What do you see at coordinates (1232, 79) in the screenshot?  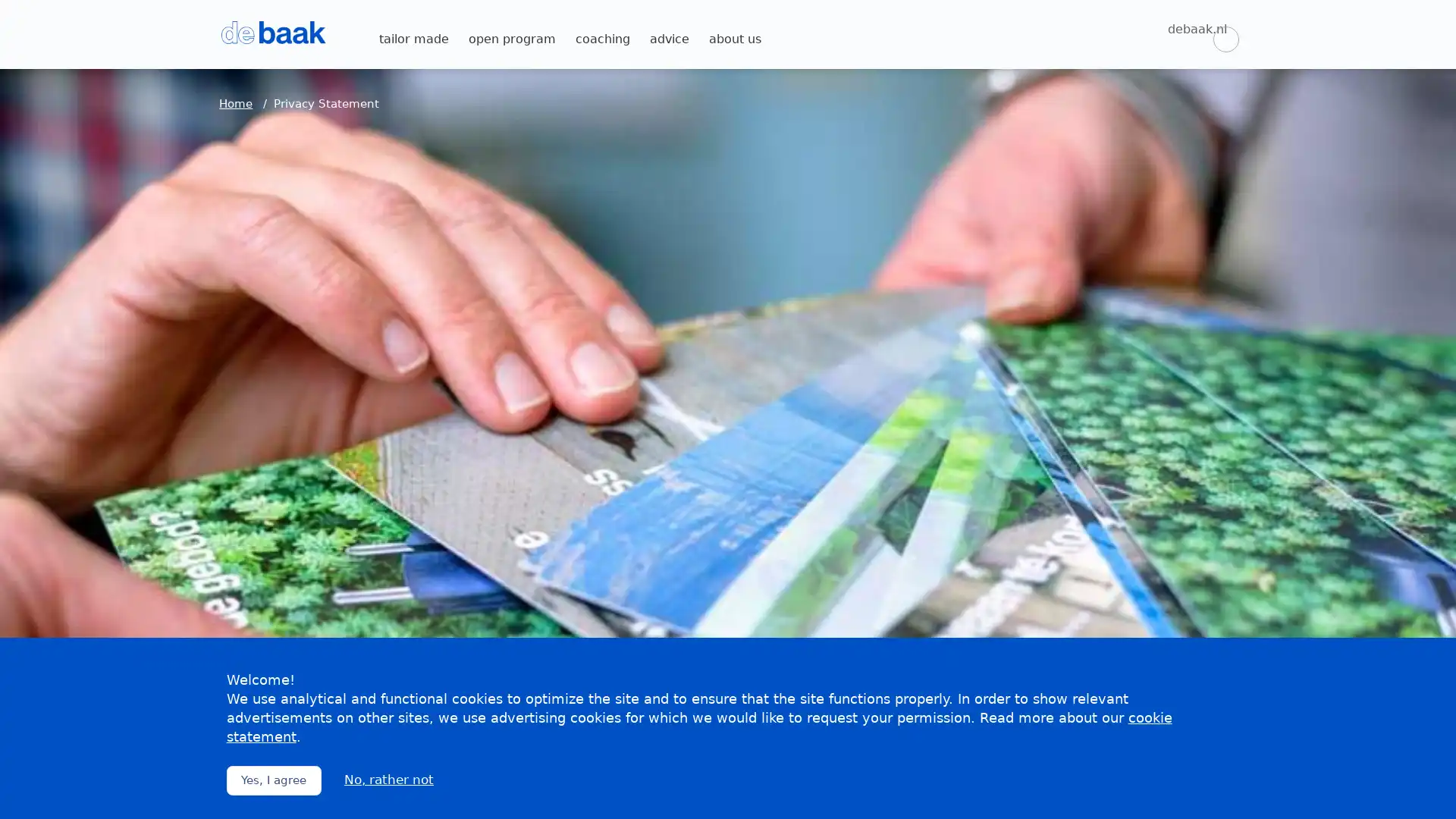 I see `Zoeken` at bounding box center [1232, 79].